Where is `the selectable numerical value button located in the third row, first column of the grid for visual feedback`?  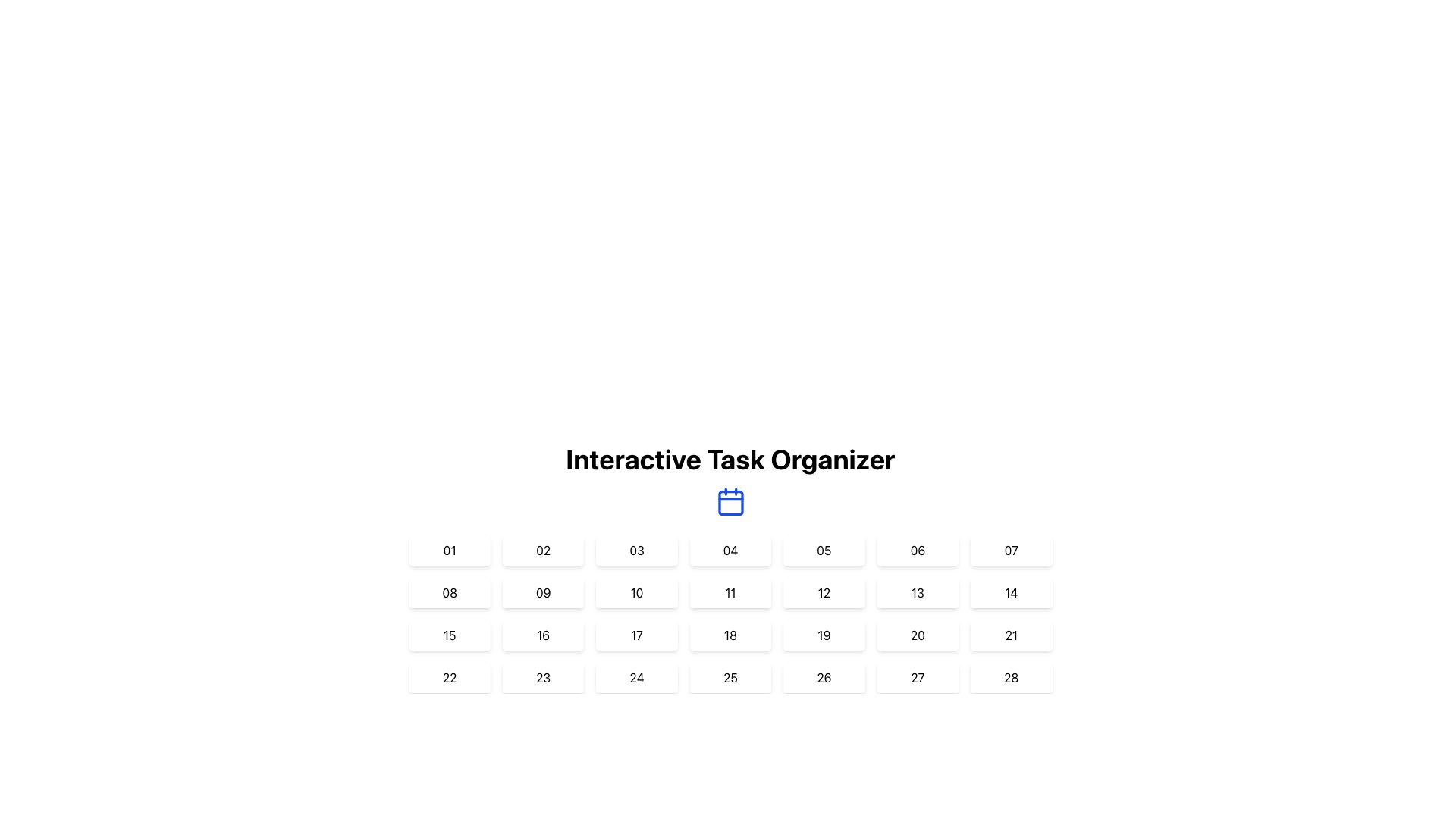
the selectable numerical value button located in the third row, first column of the grid for visual feedback is located at coordinates (449, 635).